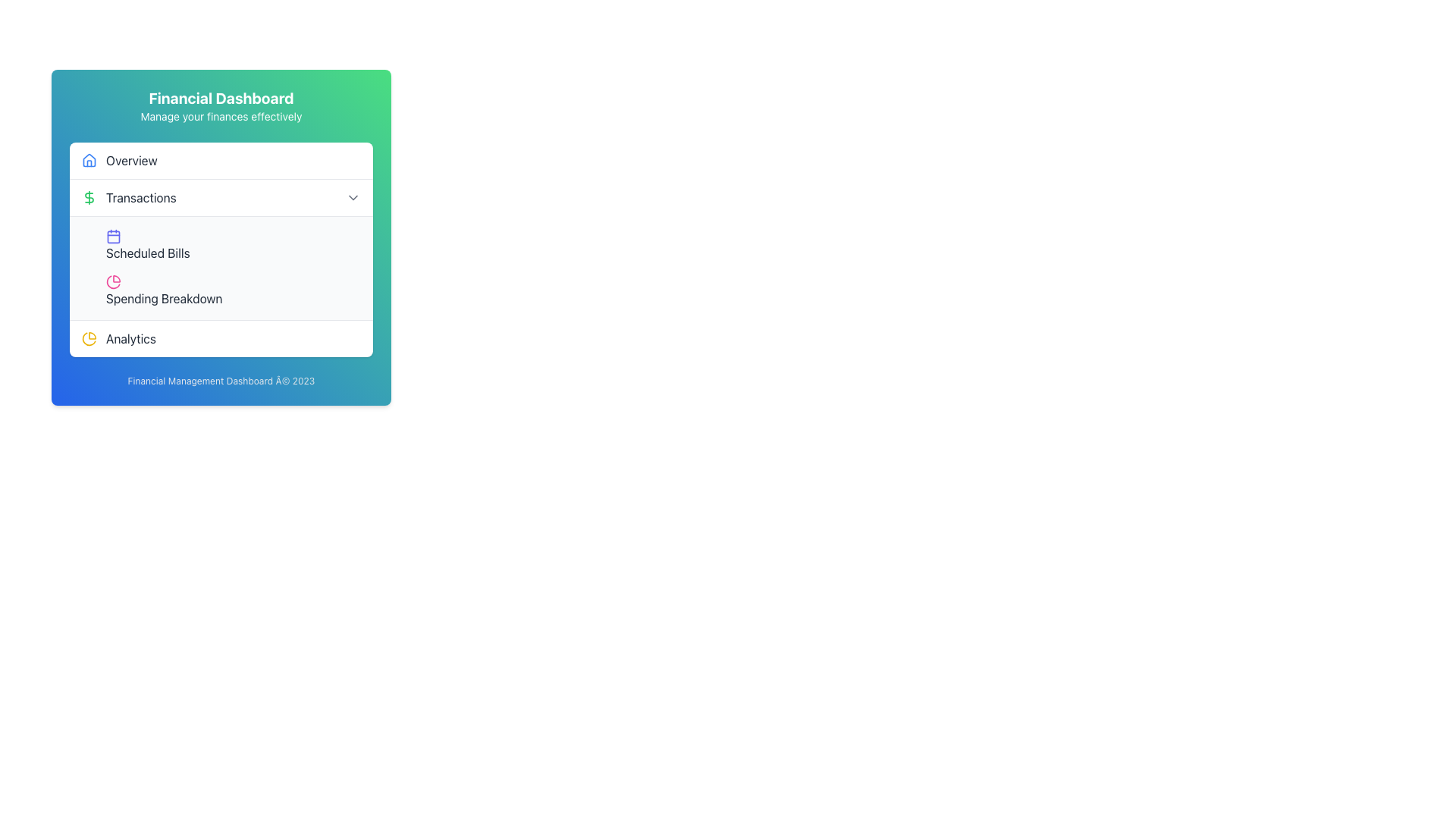 The height and width of the screenshot is (819, 1456). Describe the element at coordinates (89, 338) in the screenshot. I see `the yellow pie chart icon with a modern line art design located to the left of the 'Analytics' text in the lower section of the dashboard menu` at that location.